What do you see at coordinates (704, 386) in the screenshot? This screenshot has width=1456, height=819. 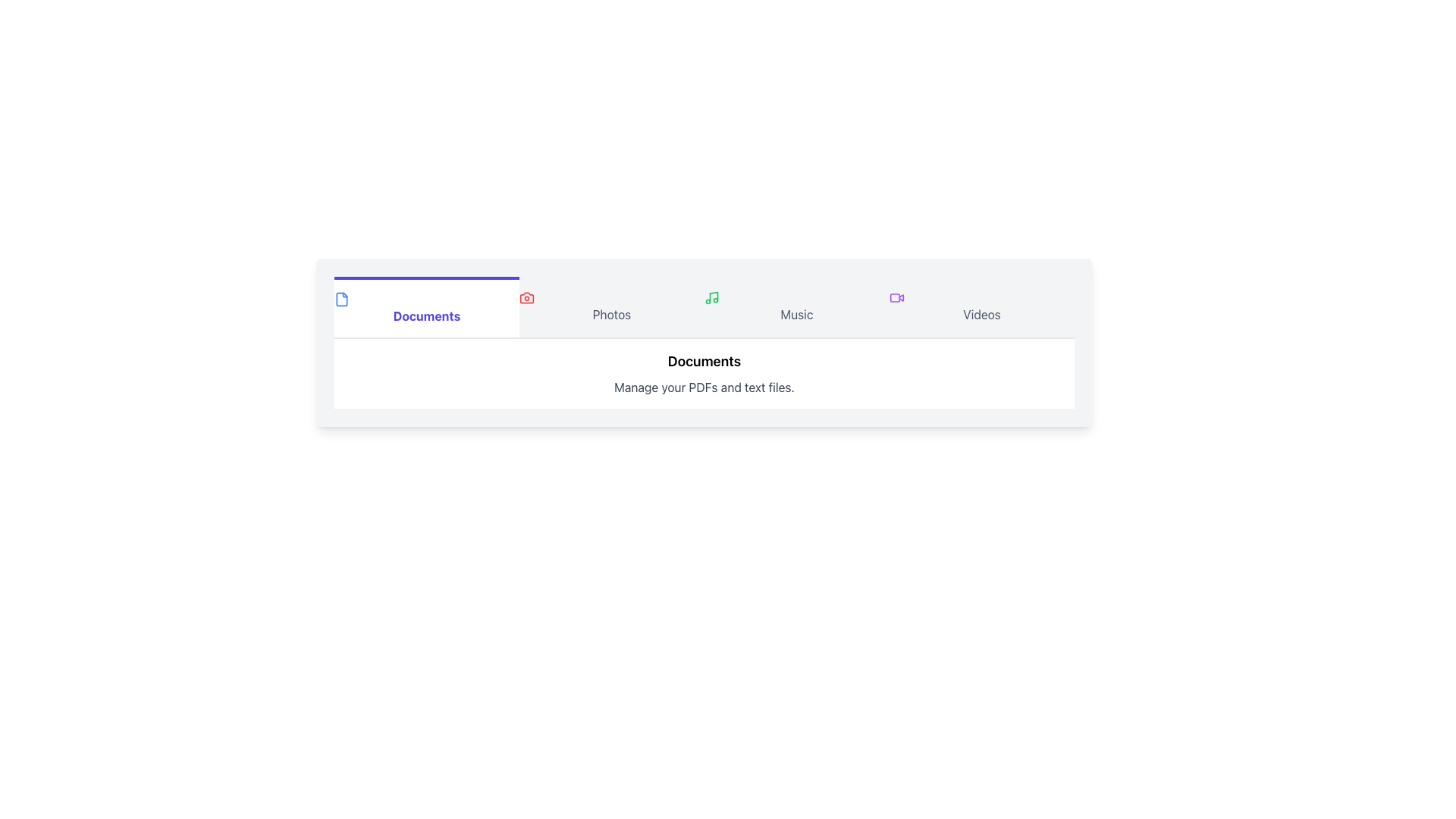 I see `supplementary information provided by the Text Label located below the 'Documents' title, which describes the functionality or purpose of the section` at bounding box center [704, 386].